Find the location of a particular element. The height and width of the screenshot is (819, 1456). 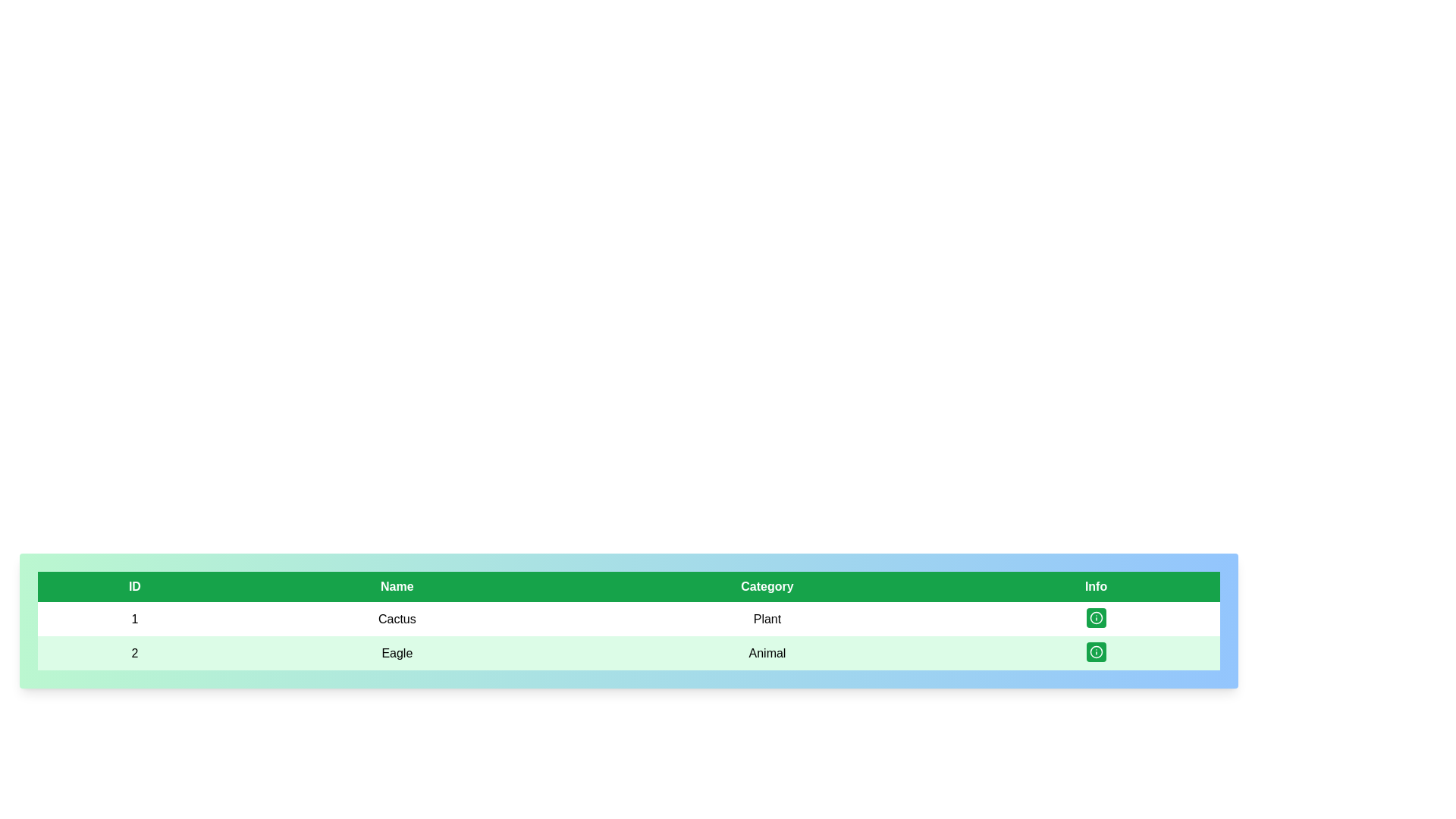

the green circular icon button with a white outline and an 'i' symbol located in the 'Info' column of the first row in the table is located at coordinates (1096, 619).